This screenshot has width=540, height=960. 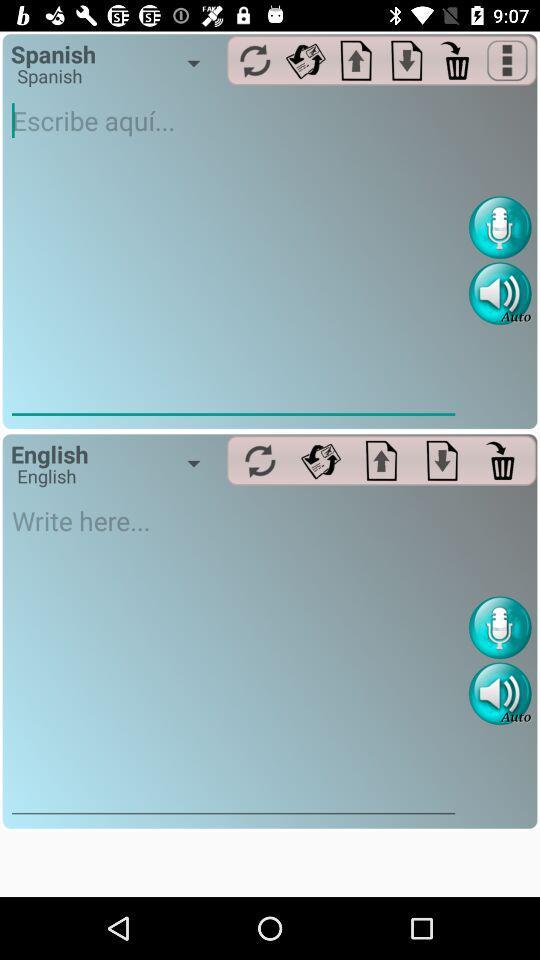 I want to click on the more icon, so click(x=507, y=59).